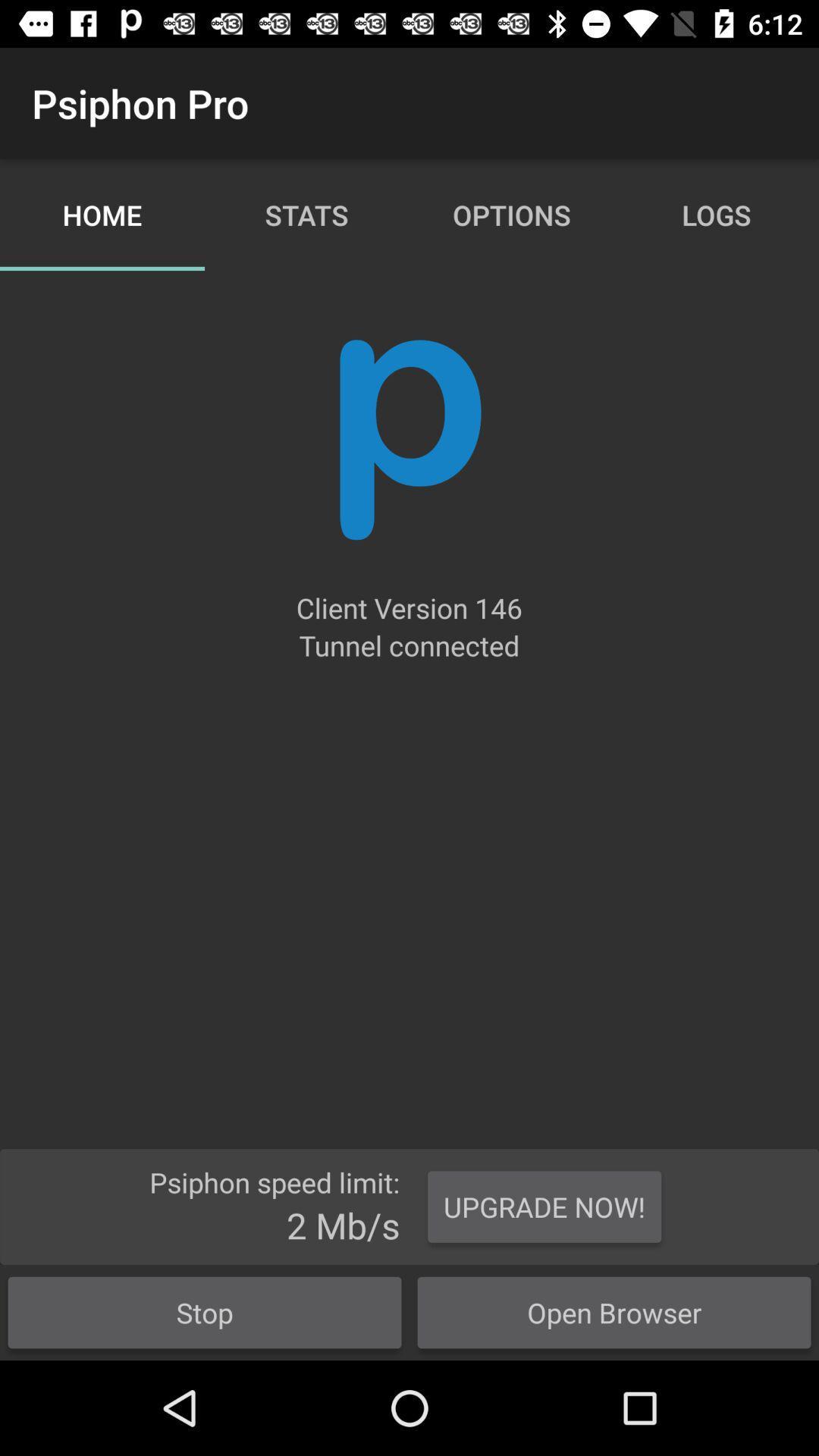 This screenshot has width=819, height=1456. Describe the element at coordinates (409, 439) in the screenshot. I see `app below the home icon` at that location.